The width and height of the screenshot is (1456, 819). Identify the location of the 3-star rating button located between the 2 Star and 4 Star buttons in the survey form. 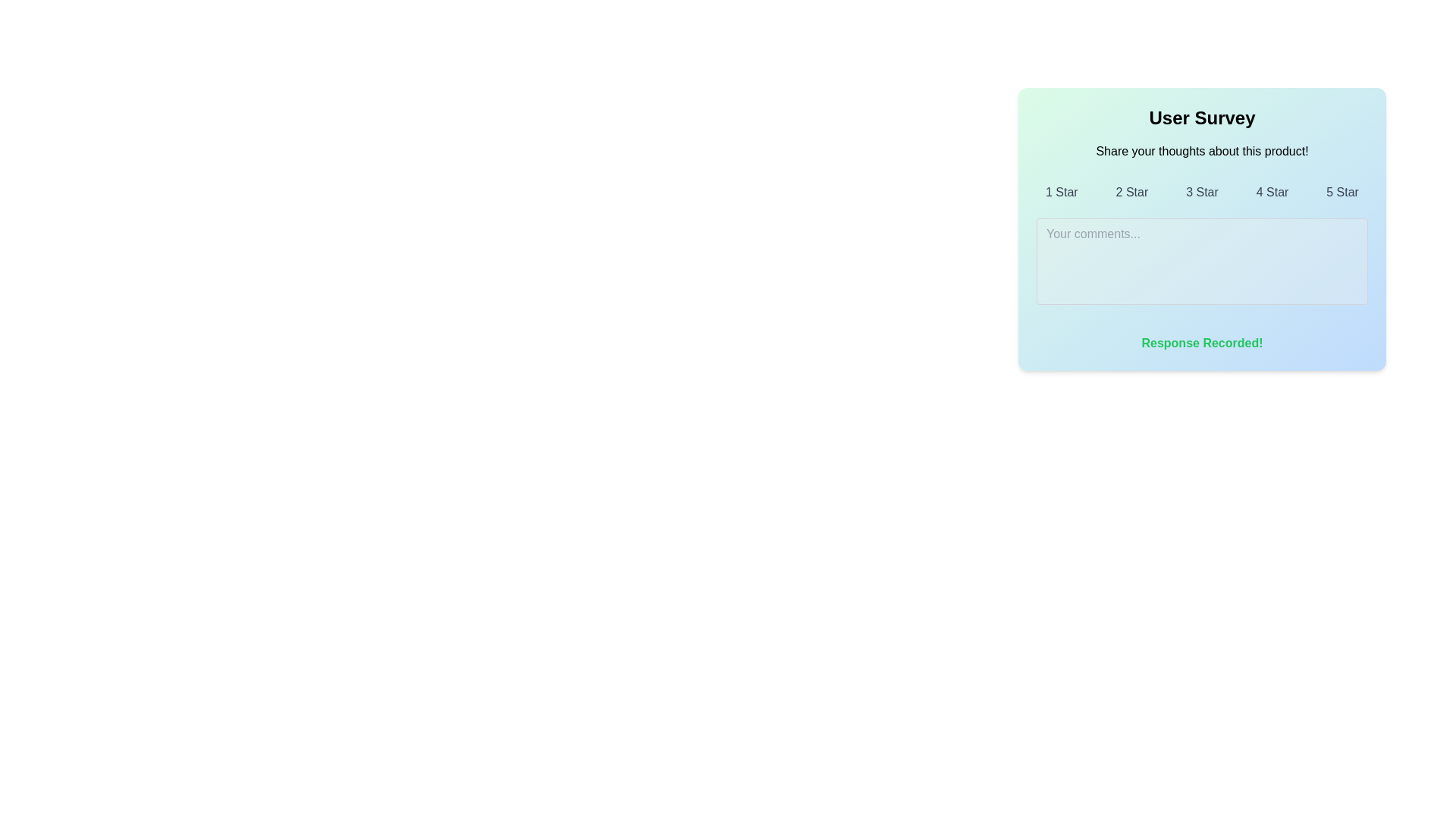
(1201, 192).